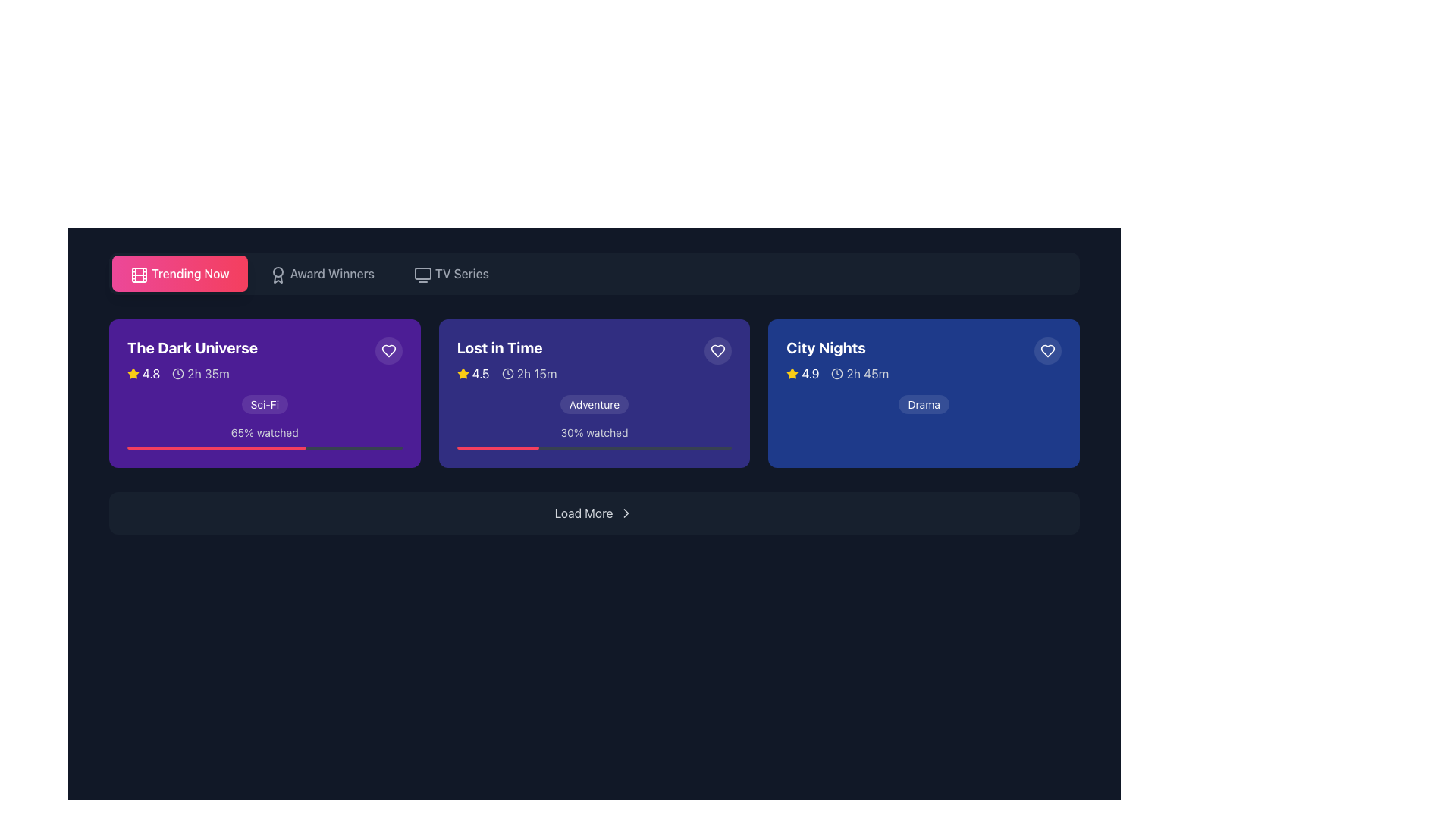 This screenshot has height=819, width=1456. I want to click on the award badge icon located in the header navigation bar, positioned between the 'Trending Now' and 'TV Series' tabs, so click(278, 275).